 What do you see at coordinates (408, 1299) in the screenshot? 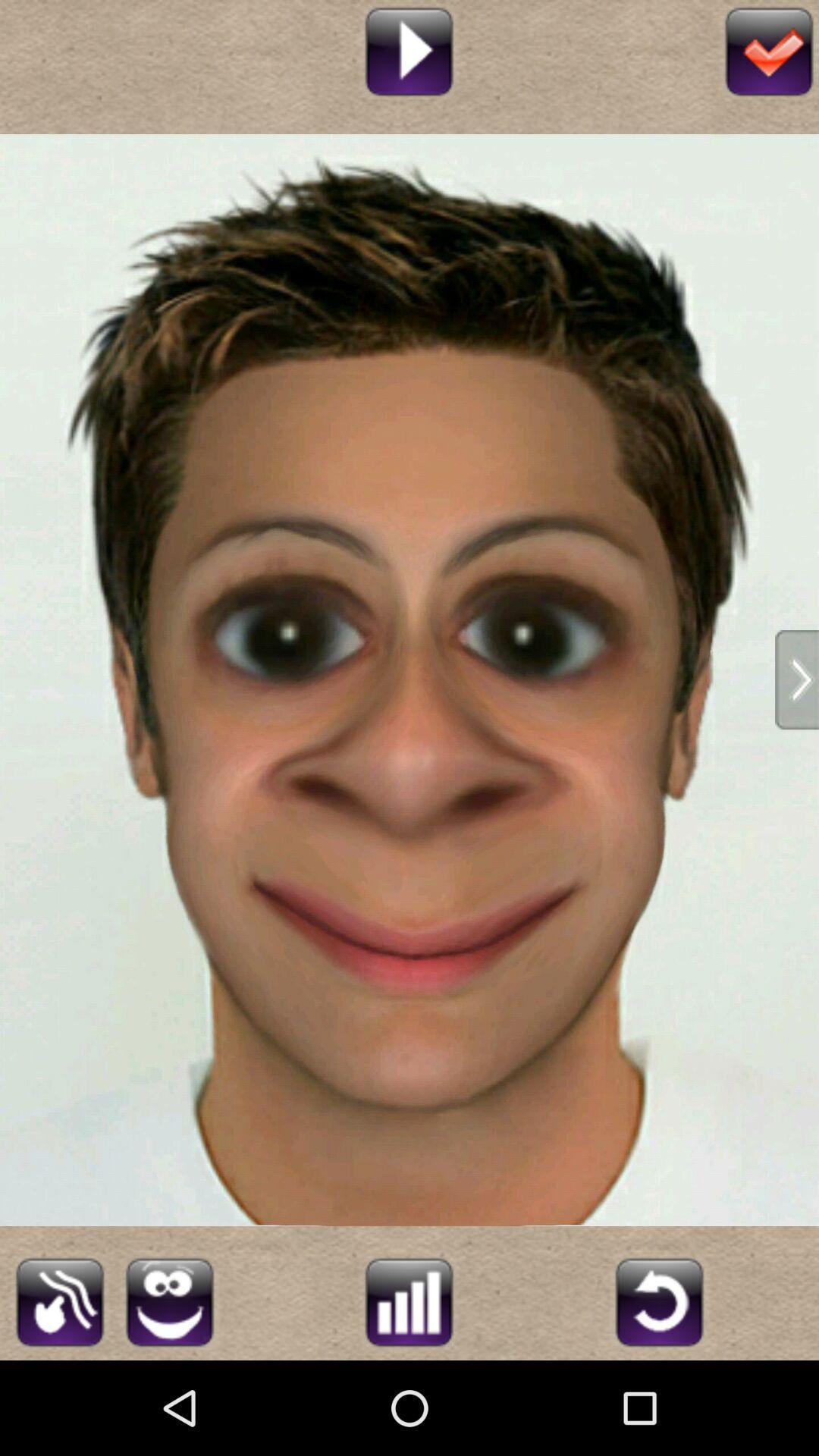
I see `photo editor is available` at bounding box center [408, 1299].